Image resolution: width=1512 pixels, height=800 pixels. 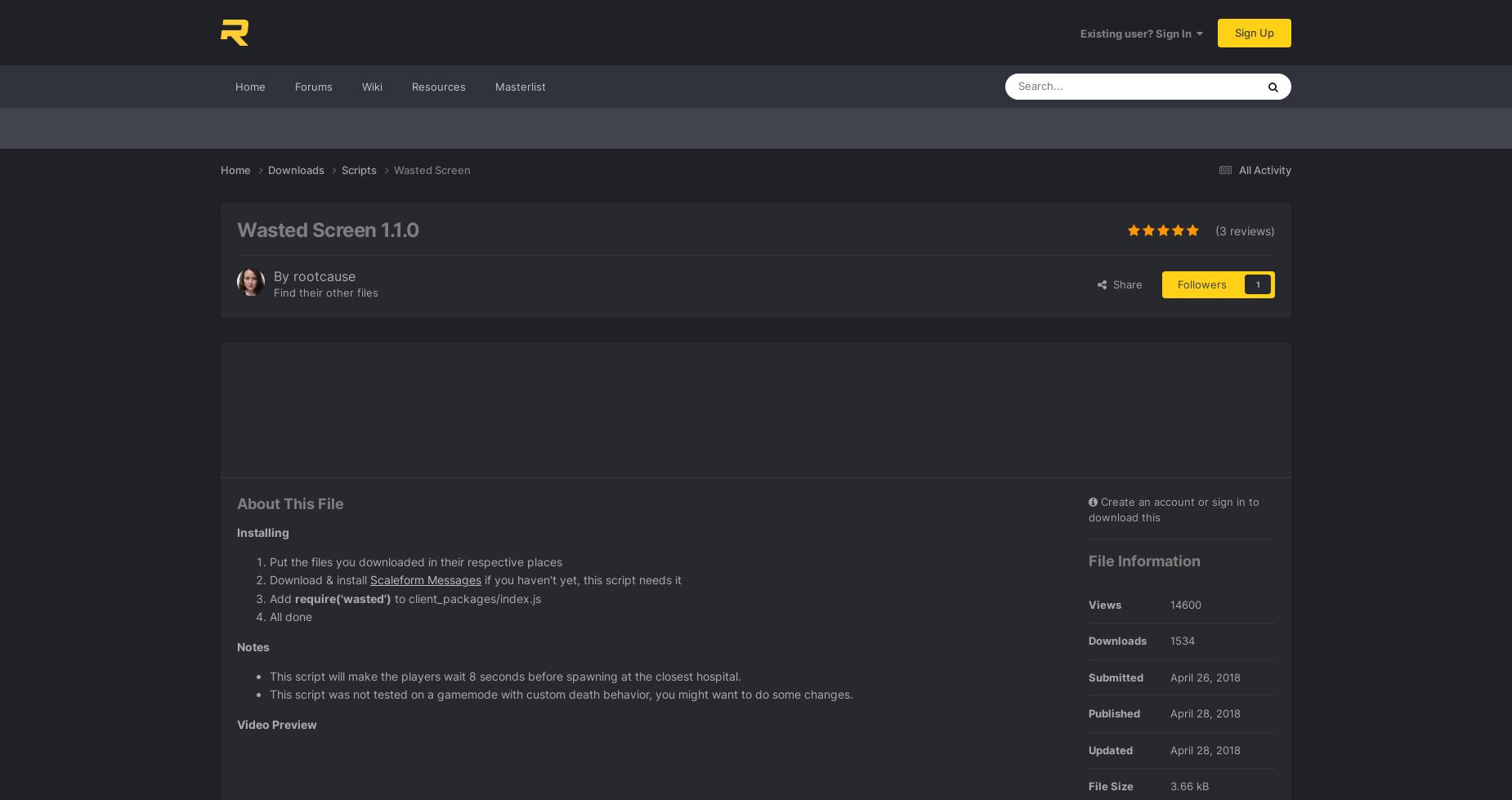 What do you see at coordinates (1138, 33) in the screenshot?
I see `'Existing user? Sign In'` at bounding box center [1138, 33].